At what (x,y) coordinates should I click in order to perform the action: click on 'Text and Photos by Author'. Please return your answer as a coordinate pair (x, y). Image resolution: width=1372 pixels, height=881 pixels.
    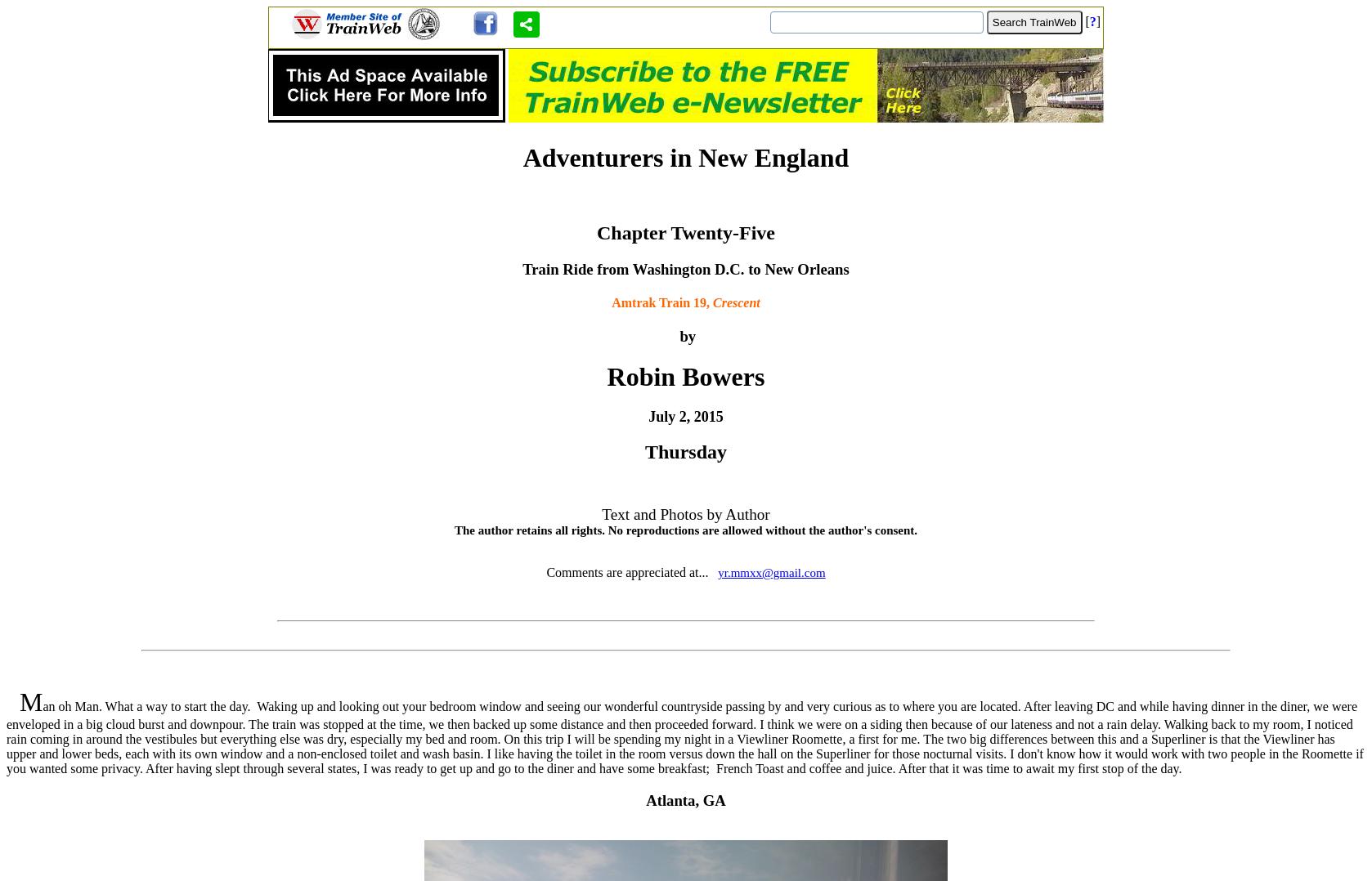
    Looking at the image, I should click on (600, 513).